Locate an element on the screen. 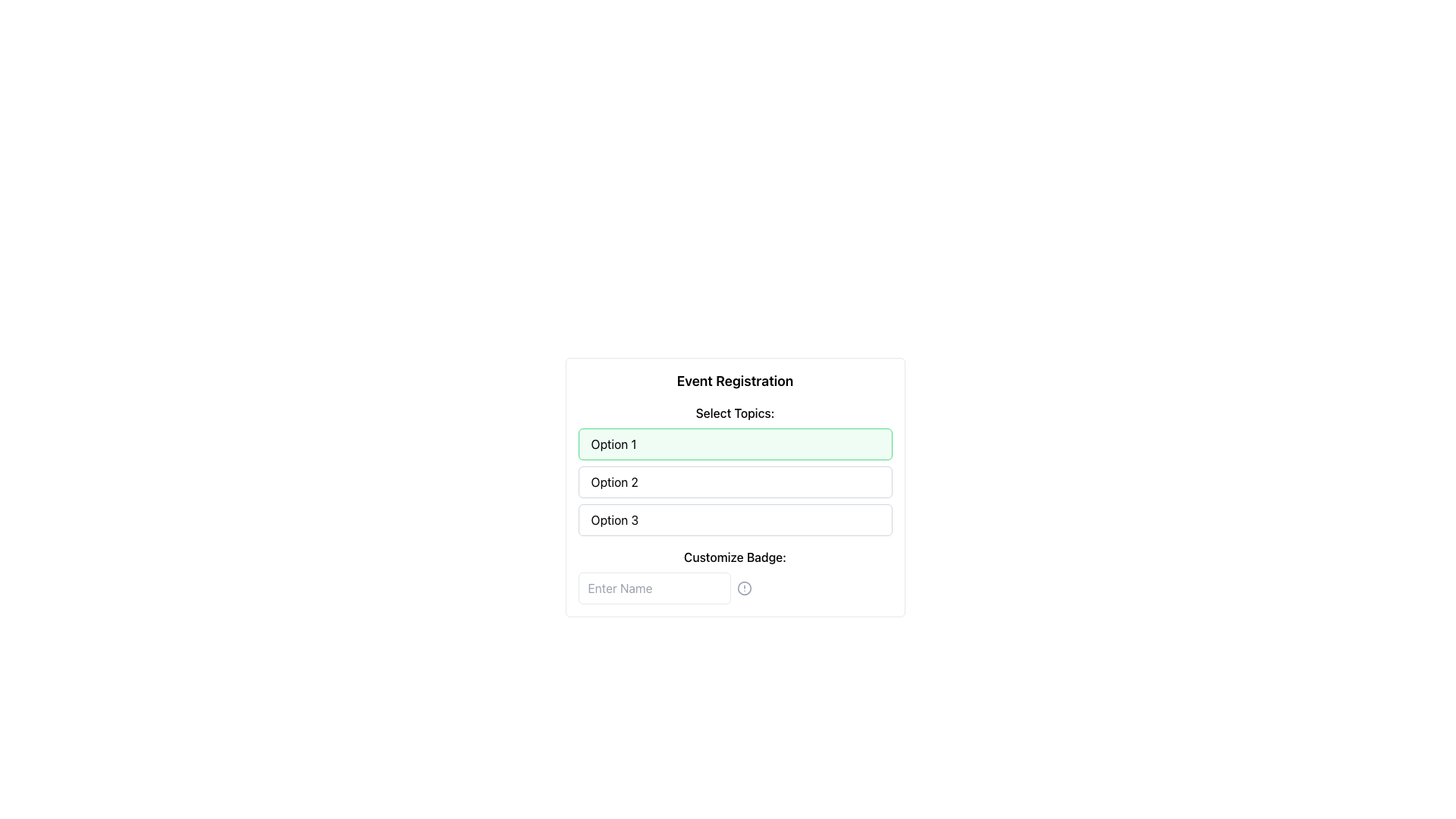 The image size is (1456, 819). the second button labeled 'Option 2' in the 'Select Topics:' section is located at coordinates (735, 488).